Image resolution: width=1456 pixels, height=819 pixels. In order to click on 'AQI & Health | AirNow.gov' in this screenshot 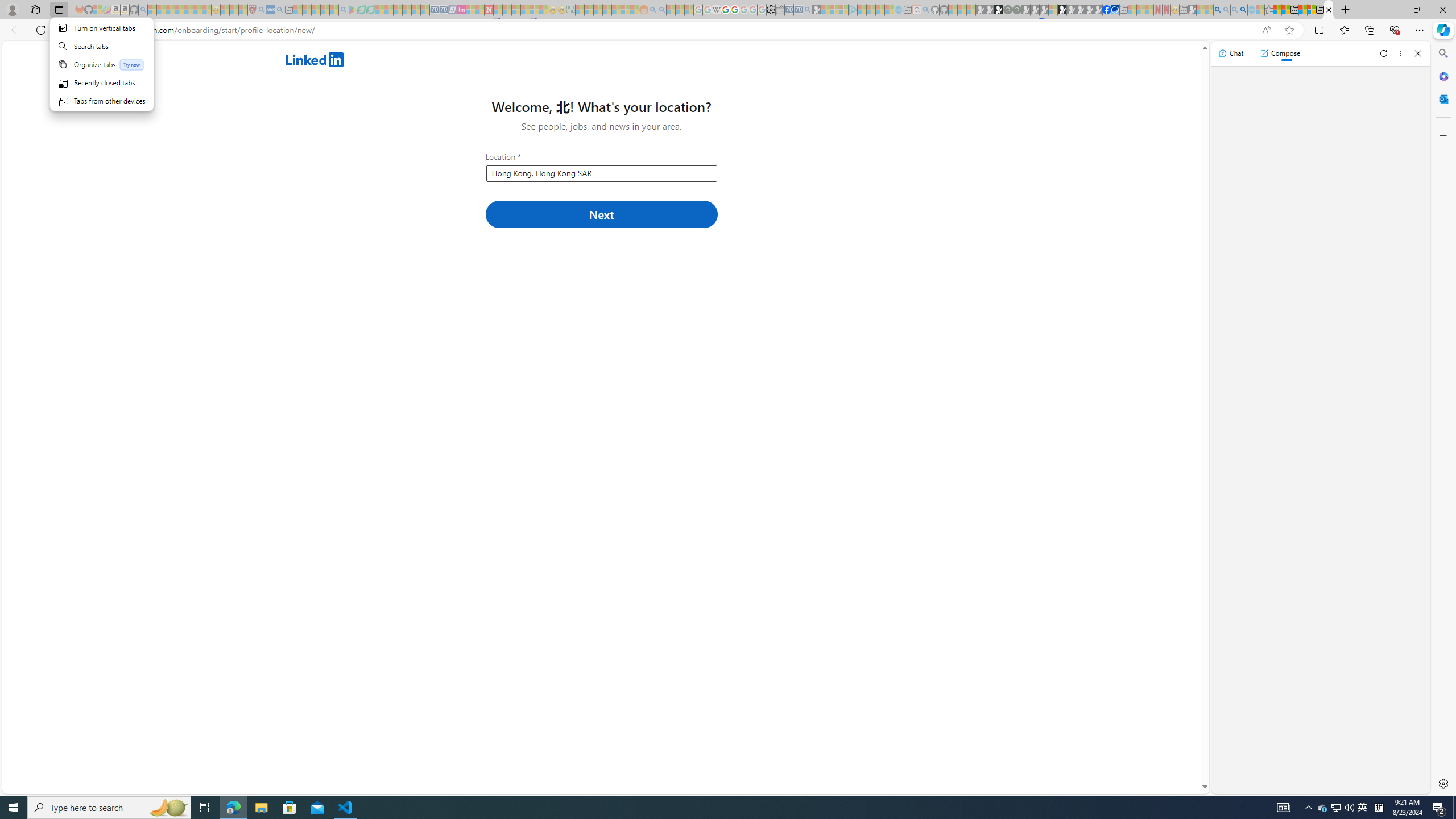, I will do `click(1115, 9)`.